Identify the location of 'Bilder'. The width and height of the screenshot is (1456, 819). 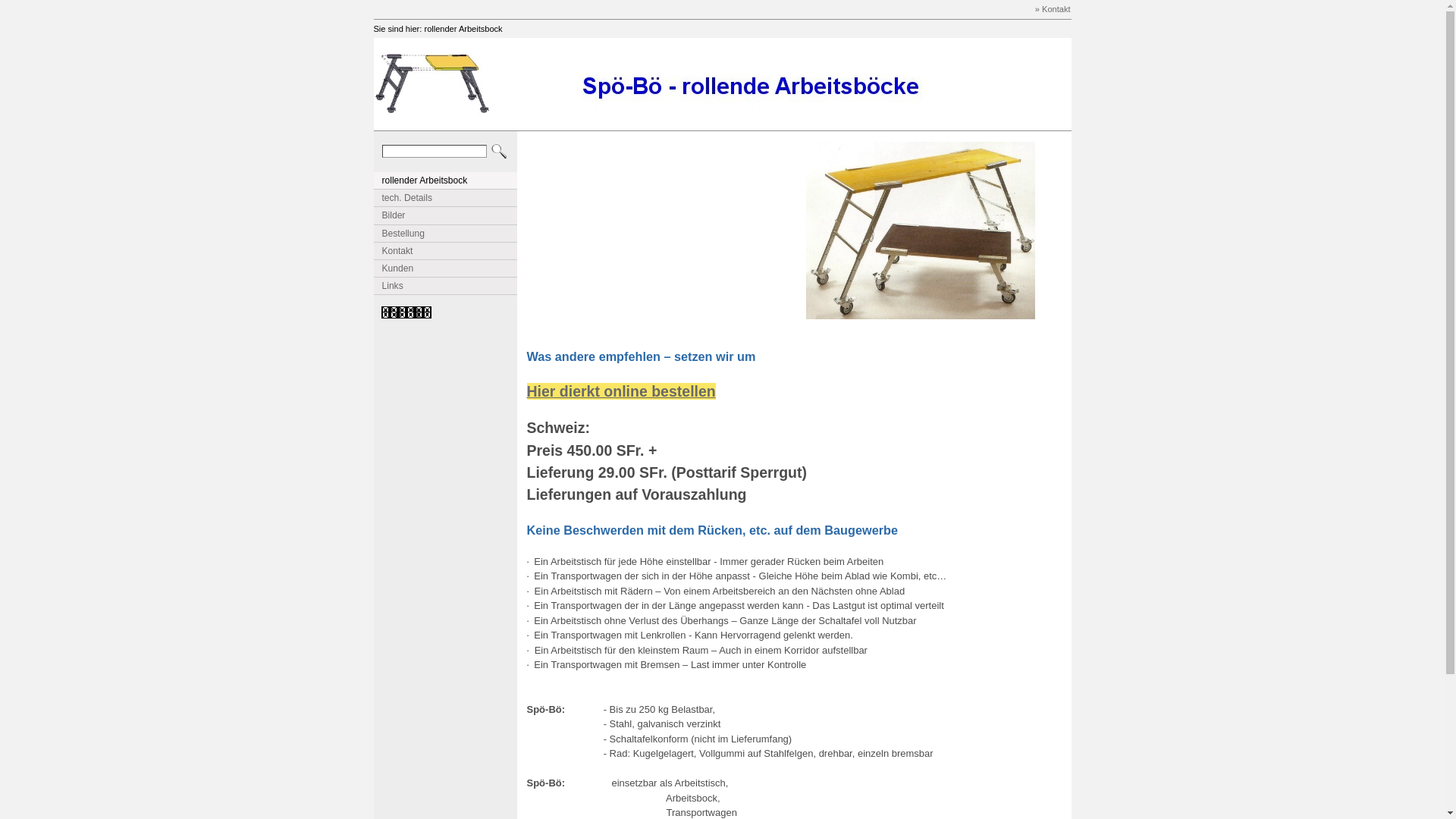
(444, 215).